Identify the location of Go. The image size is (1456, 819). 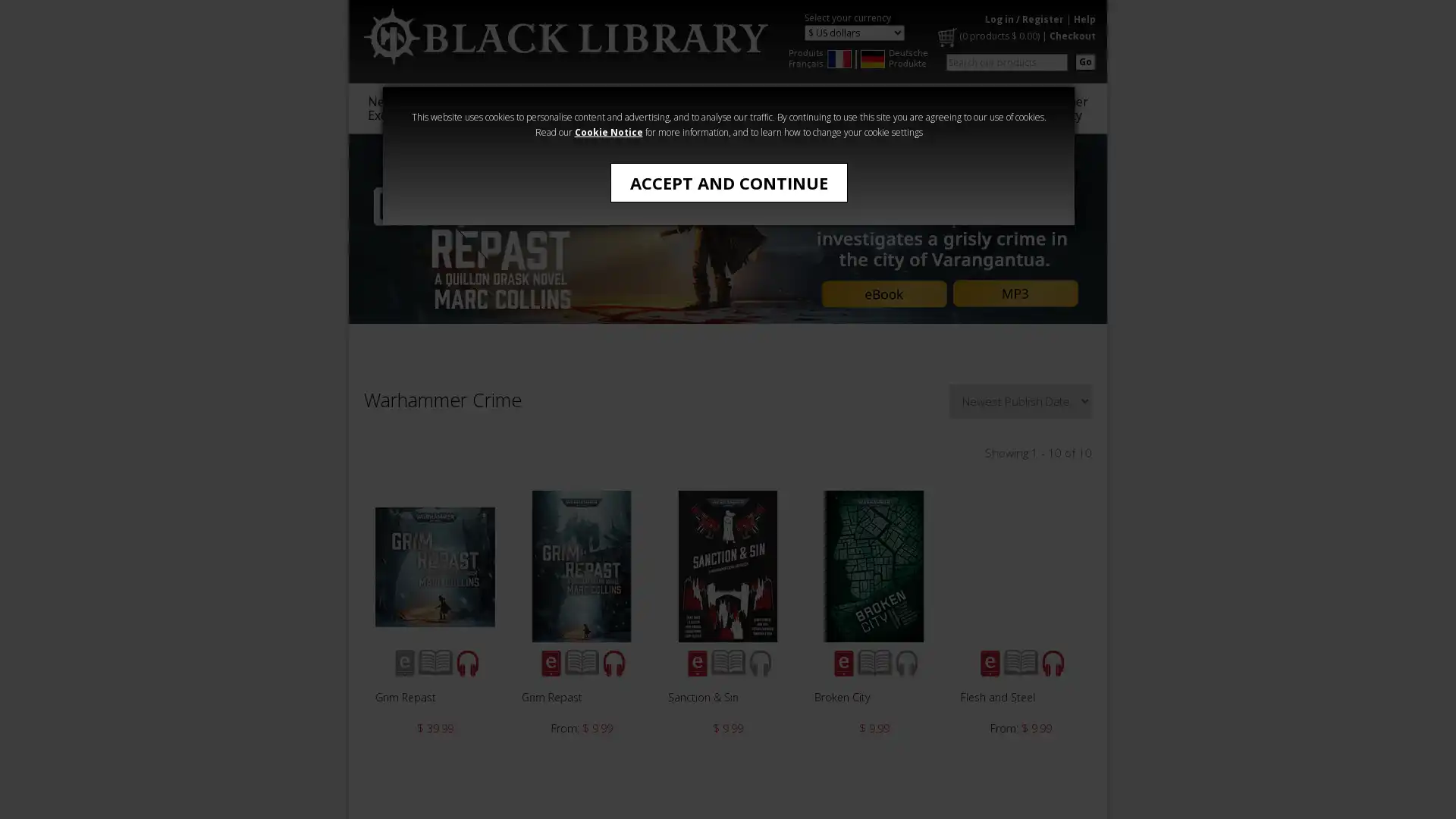
(1084, 61).